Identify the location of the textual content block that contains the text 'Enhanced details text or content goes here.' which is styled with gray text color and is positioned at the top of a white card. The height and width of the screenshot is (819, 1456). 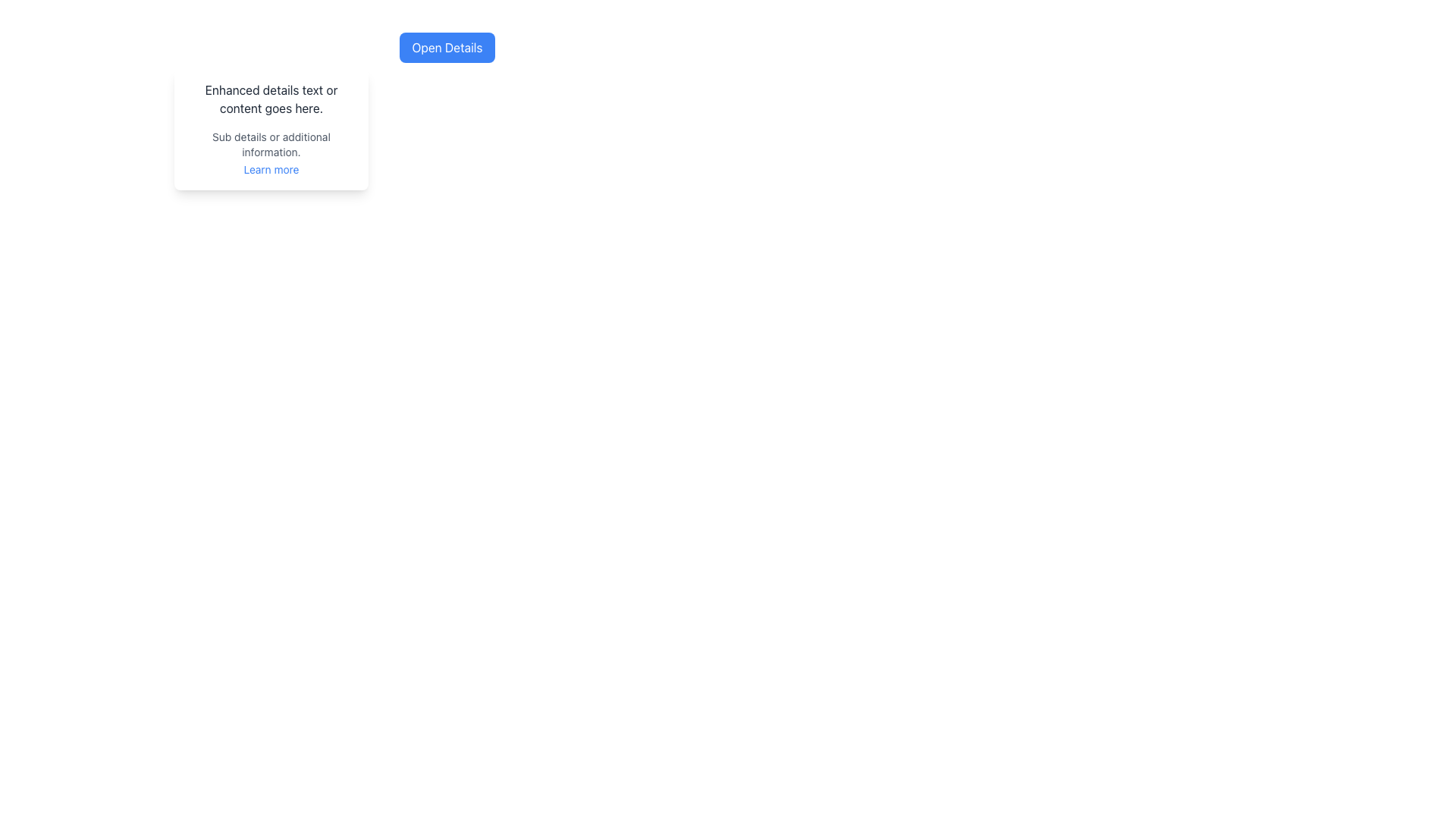
(271, 99).